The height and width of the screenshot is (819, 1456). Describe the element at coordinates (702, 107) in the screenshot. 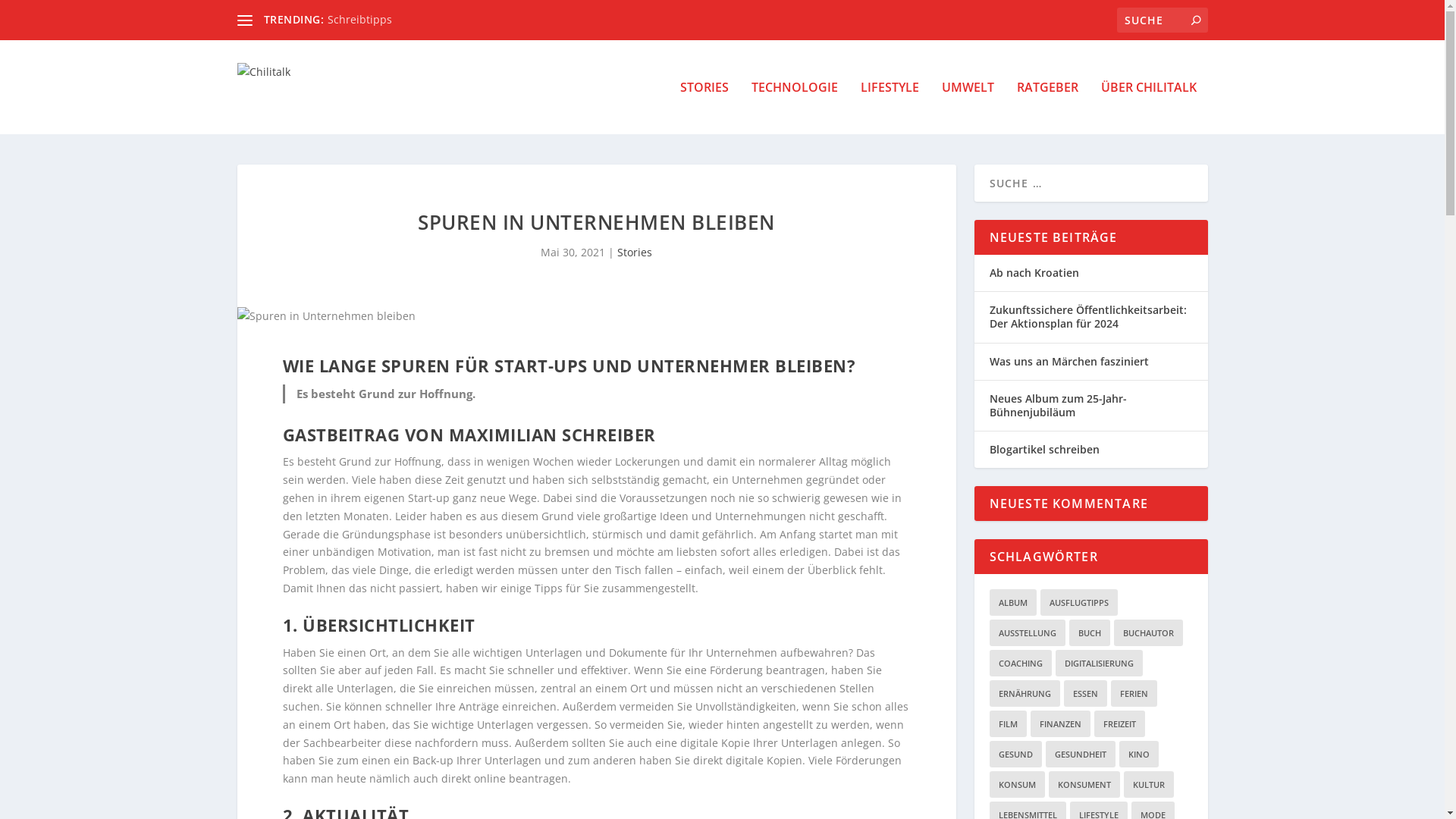

I see `'STORIES'` at that location.